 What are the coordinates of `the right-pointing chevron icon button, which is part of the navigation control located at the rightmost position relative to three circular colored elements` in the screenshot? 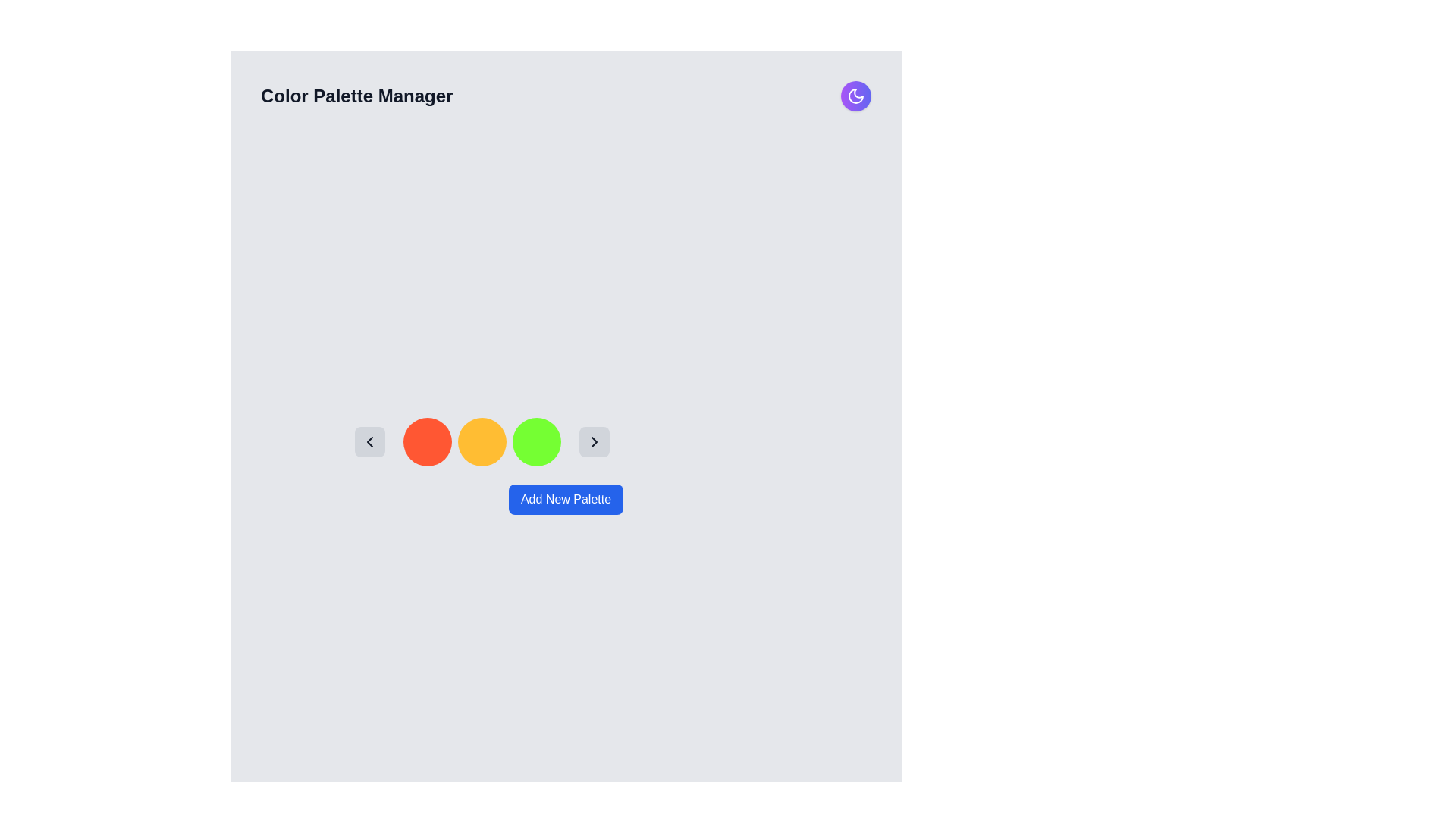 It's located at (593, 441).